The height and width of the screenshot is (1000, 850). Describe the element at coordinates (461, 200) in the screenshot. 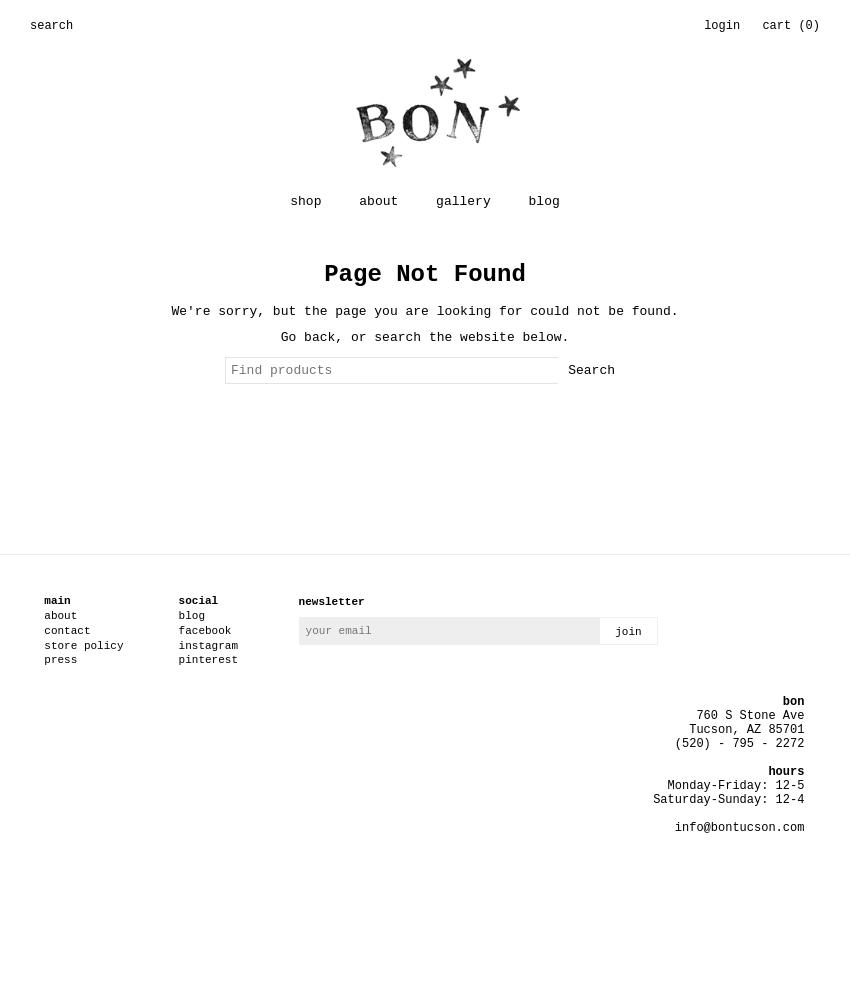

I see `'gallery'` at that location.